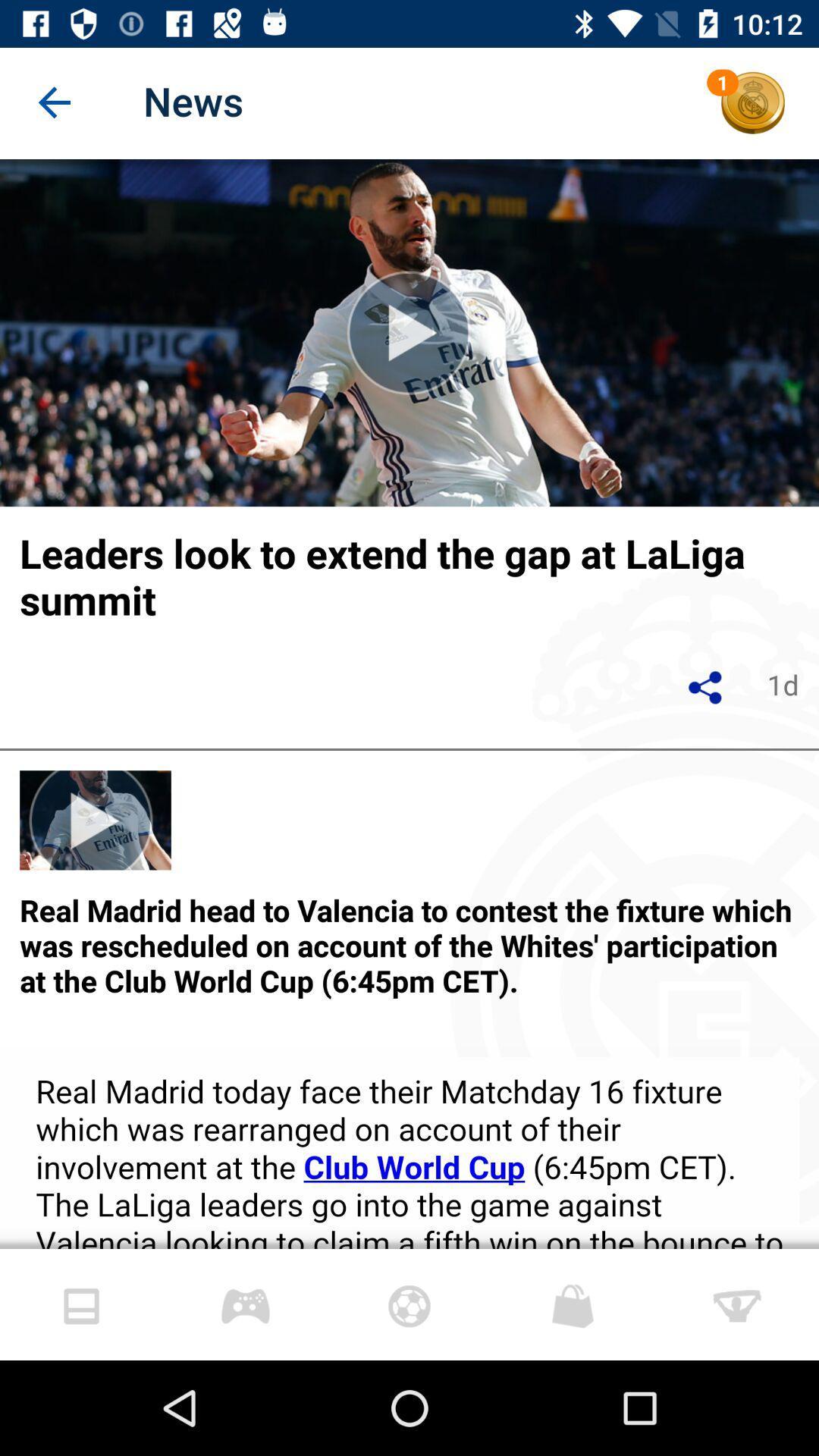 This screenshot has height=1456, width=819. Describe the element at coordinates (245, 1304) in the screenshot. I see `the bookmark icon` at that location.